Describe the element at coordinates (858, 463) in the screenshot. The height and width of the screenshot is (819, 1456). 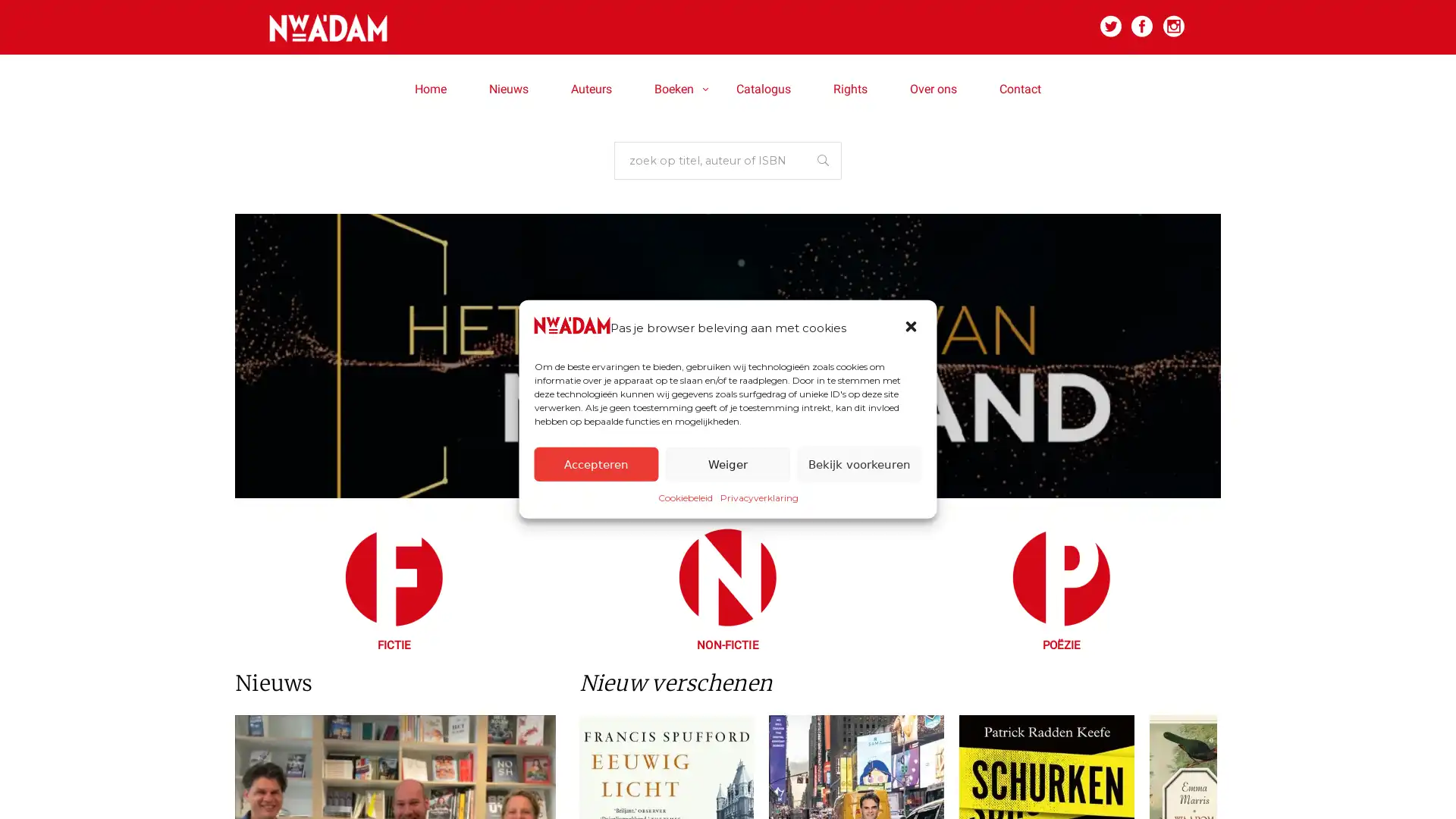
I see `Bekijk voorkeuren` at that location.